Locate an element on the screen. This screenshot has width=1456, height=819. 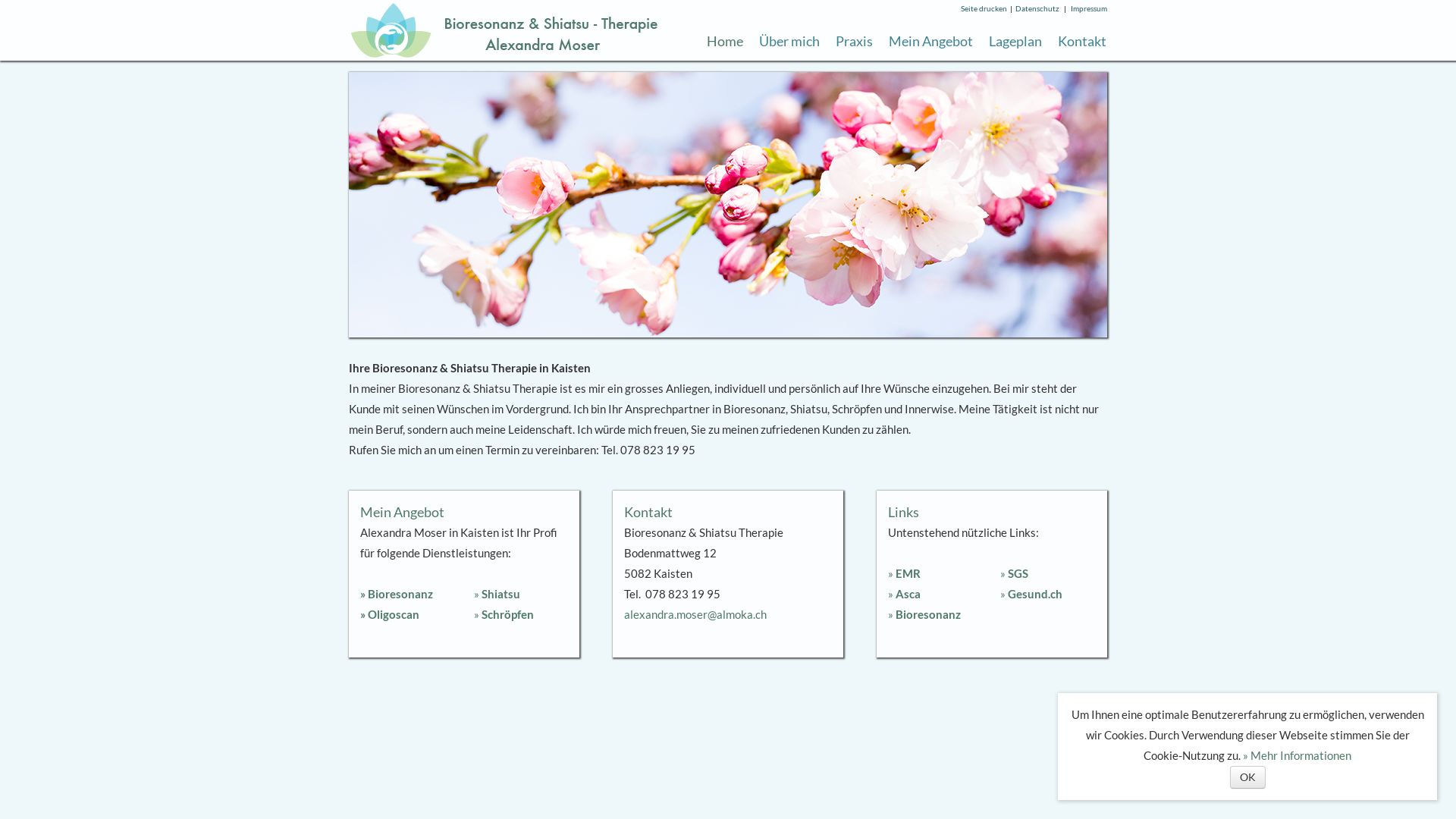
'Lageplan' is located at coordinates (1015, 40).